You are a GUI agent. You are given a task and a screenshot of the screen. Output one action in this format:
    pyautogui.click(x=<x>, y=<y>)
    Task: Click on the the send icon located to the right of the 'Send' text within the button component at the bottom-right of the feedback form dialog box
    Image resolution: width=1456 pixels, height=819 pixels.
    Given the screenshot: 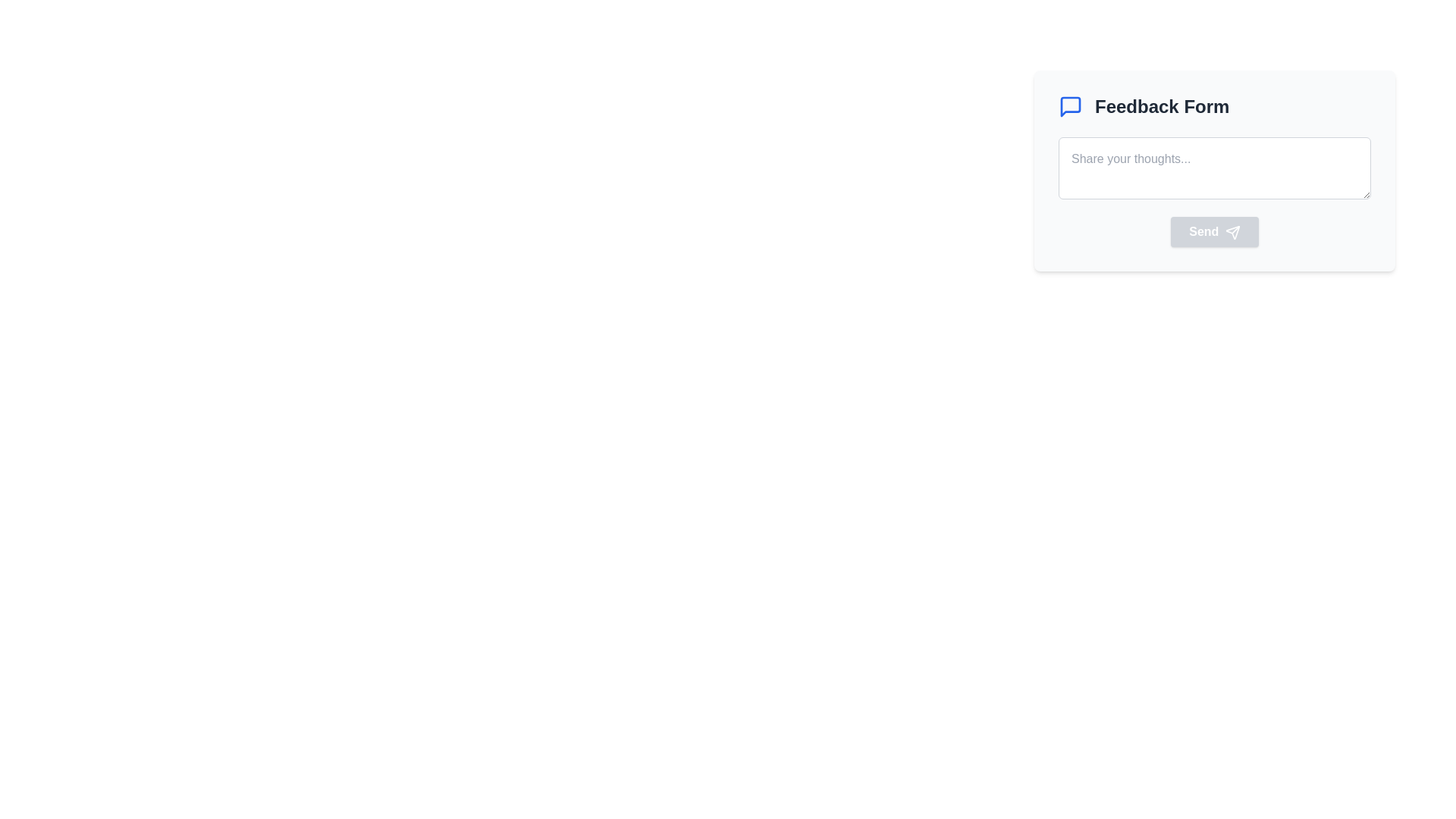 What is the action you would take?
    pyautogui.click(x=1232, y=232)
    